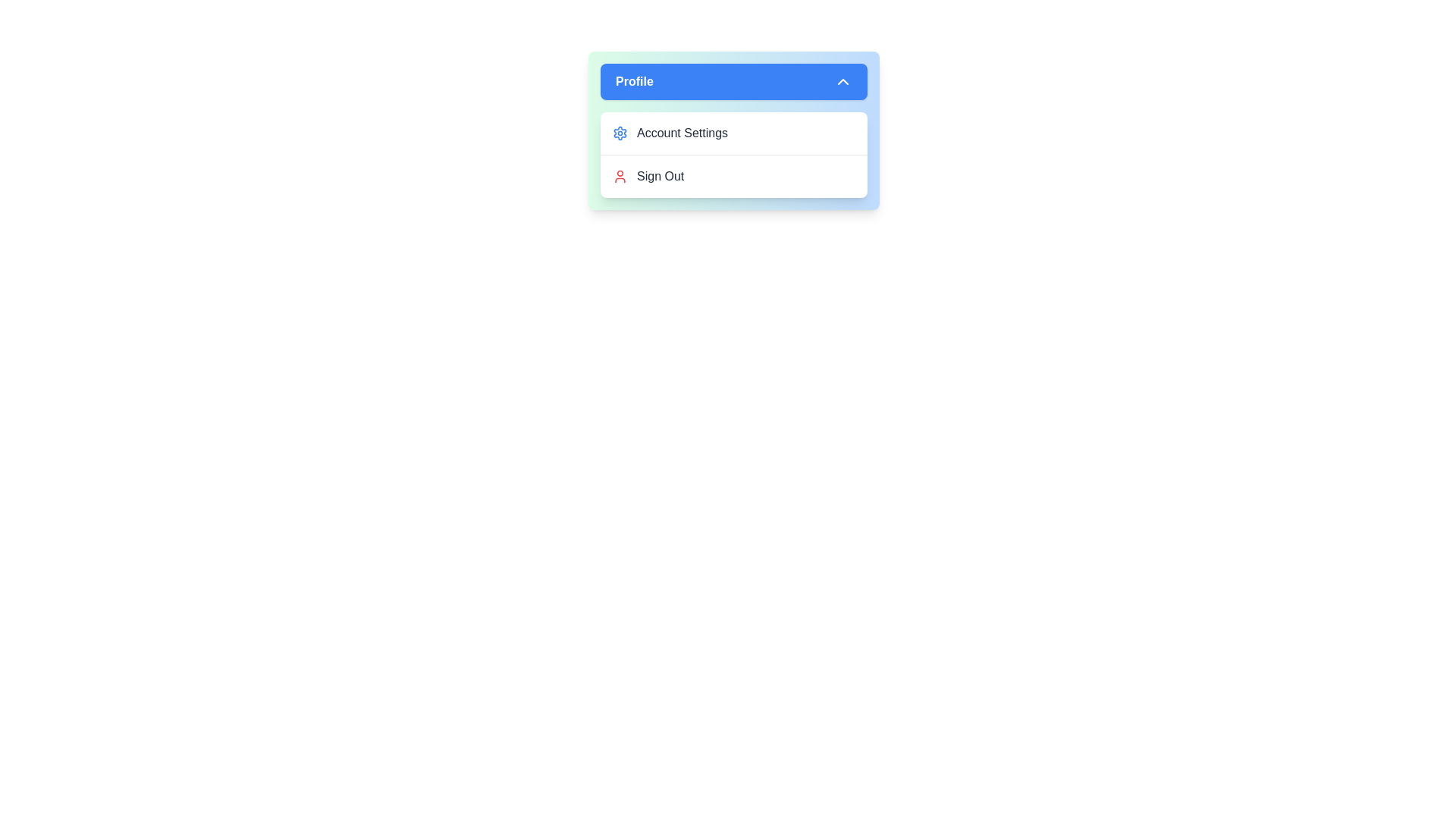  Describe the element at coordinates (734, 133) in the screenshot. I see `the 'Account Settings' option in the ProfileMenu` at that location.